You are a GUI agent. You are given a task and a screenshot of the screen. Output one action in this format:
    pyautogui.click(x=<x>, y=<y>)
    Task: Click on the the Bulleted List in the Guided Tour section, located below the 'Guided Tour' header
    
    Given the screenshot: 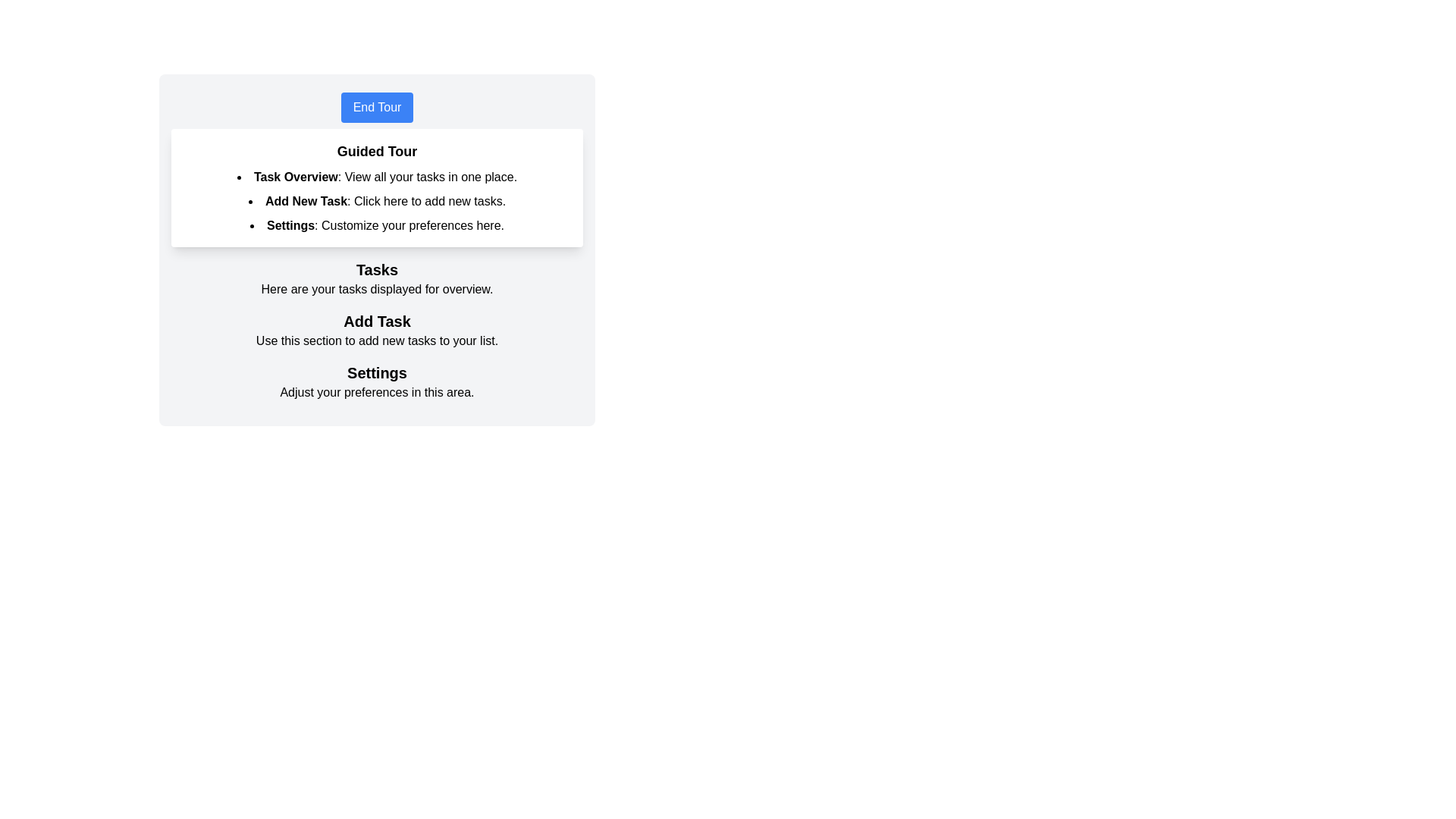 What is the action you would take?
    pyautogui.click(x=377, y=201)
    